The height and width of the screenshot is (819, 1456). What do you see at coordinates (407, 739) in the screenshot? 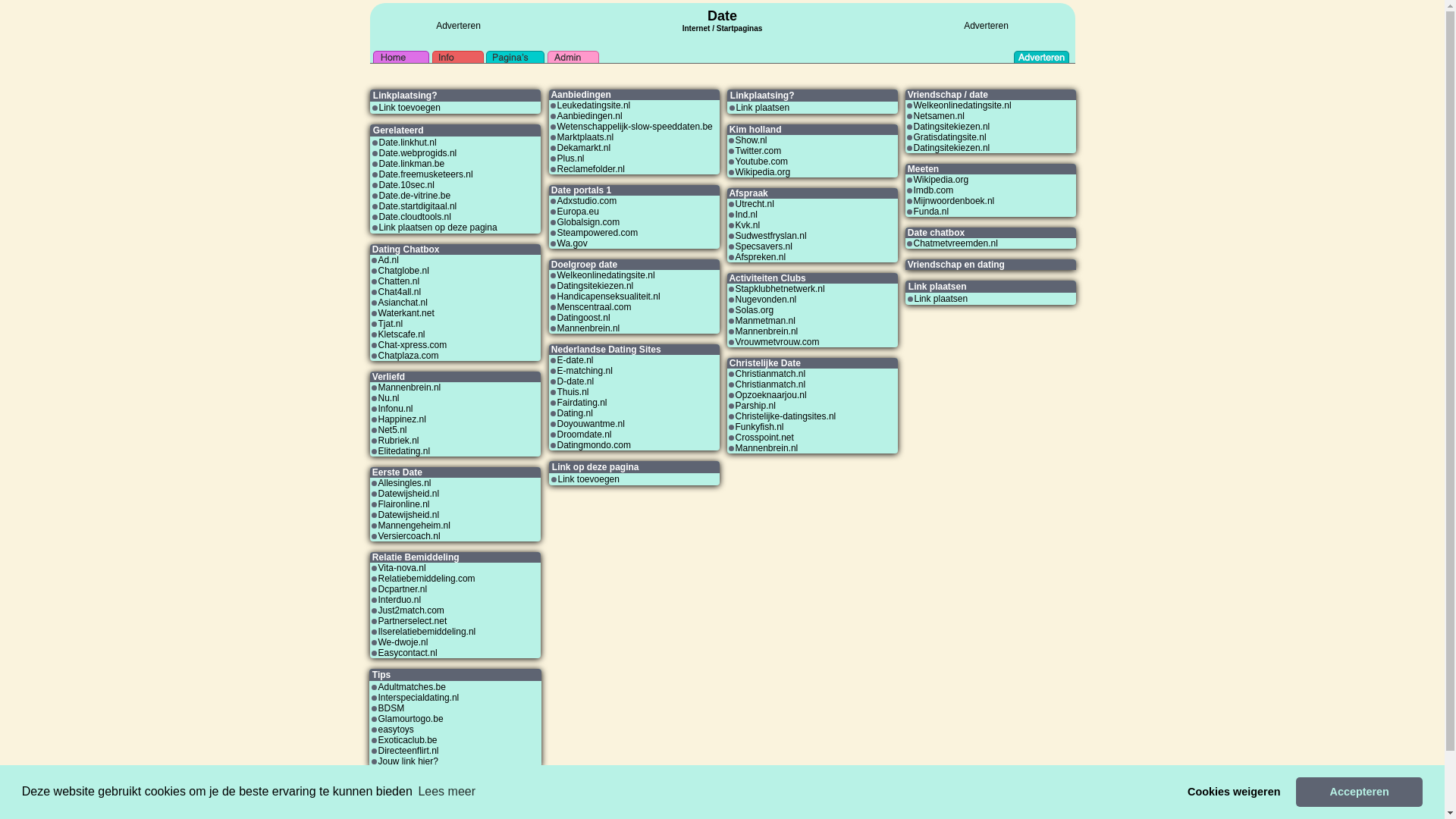
I see `'Exoticaclub.be'` at bounding box center [407, 739].